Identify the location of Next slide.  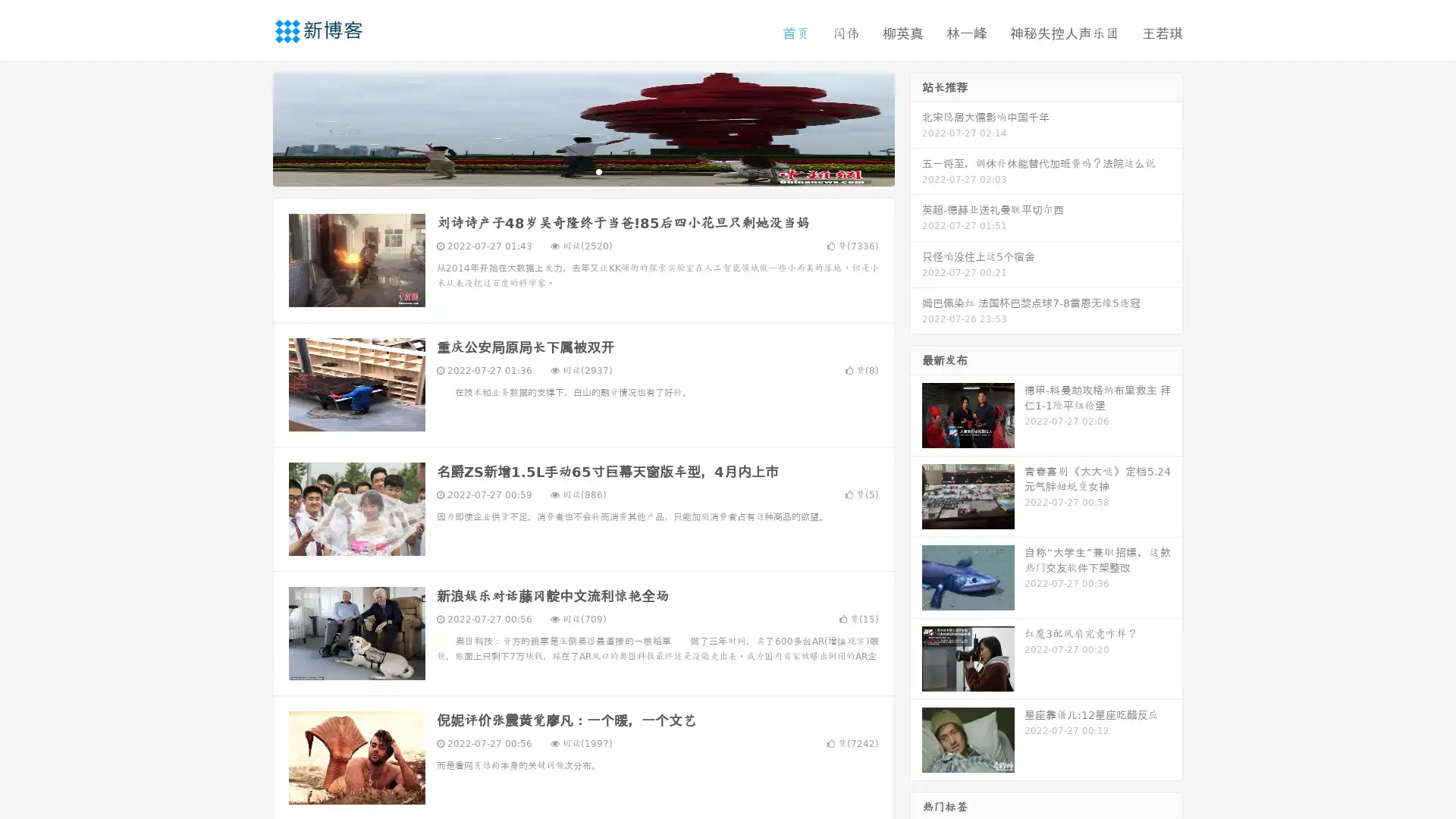
(916, 127).